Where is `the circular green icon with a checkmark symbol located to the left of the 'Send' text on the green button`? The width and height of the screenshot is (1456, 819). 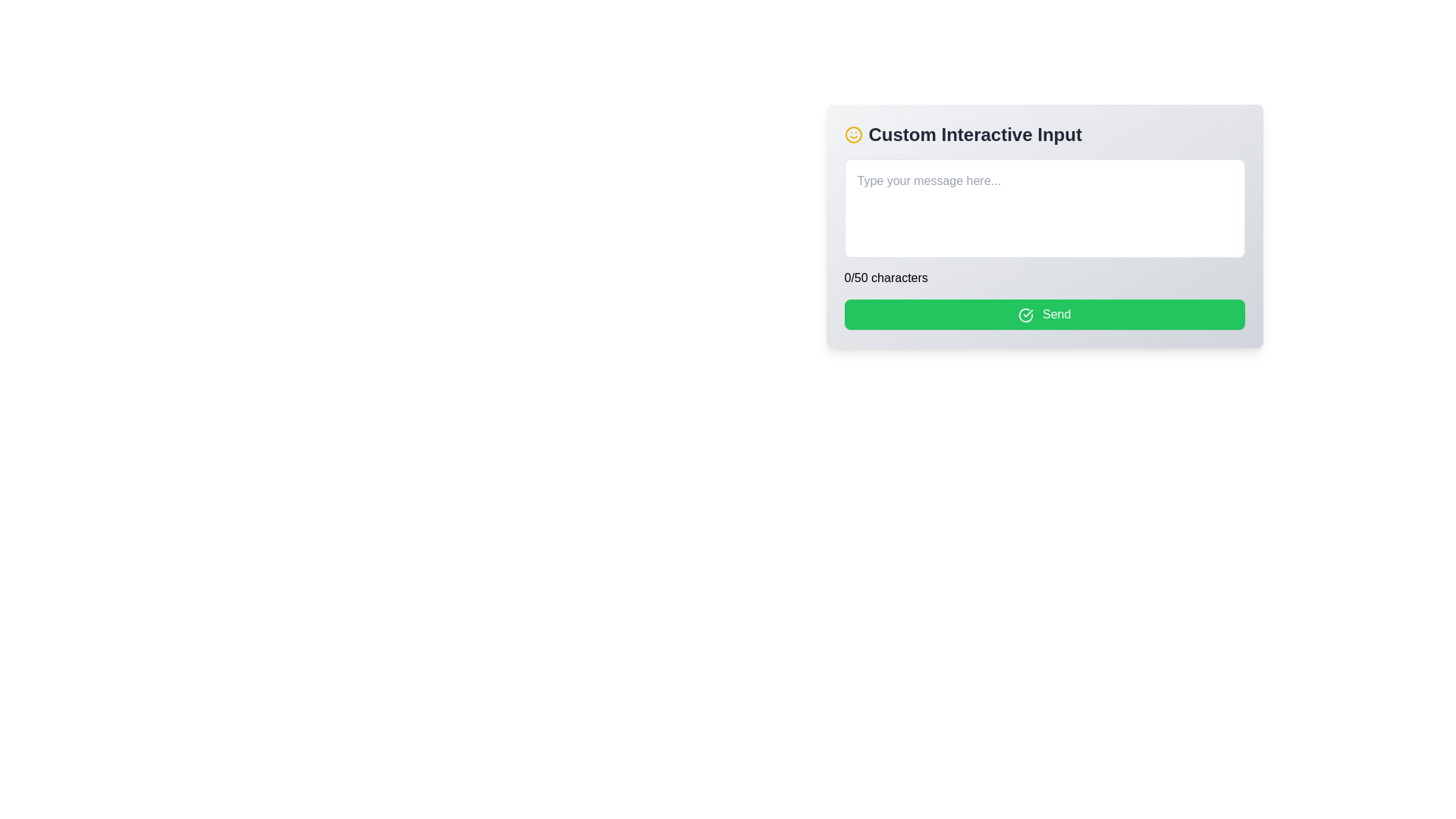
the circular green icon with a checkmark symbol located to the left of the 'Send' text on the green button is located at coordinates (1025, 314).